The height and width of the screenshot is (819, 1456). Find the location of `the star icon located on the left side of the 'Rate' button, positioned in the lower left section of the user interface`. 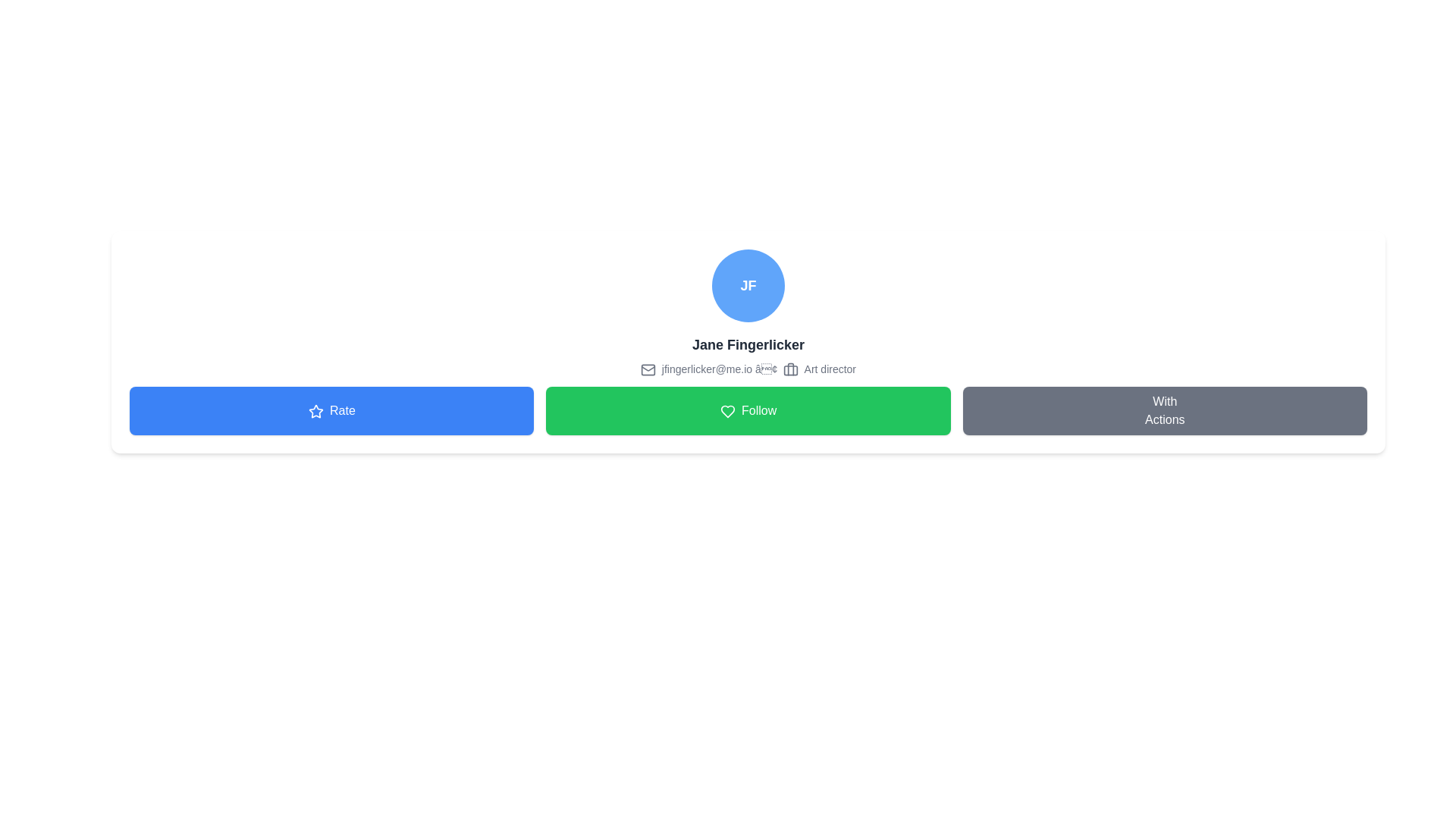

the star icon located on the left side of the 'Rate' button, positioned in the lower left section of the user interface is located at coordinates (315, 412).